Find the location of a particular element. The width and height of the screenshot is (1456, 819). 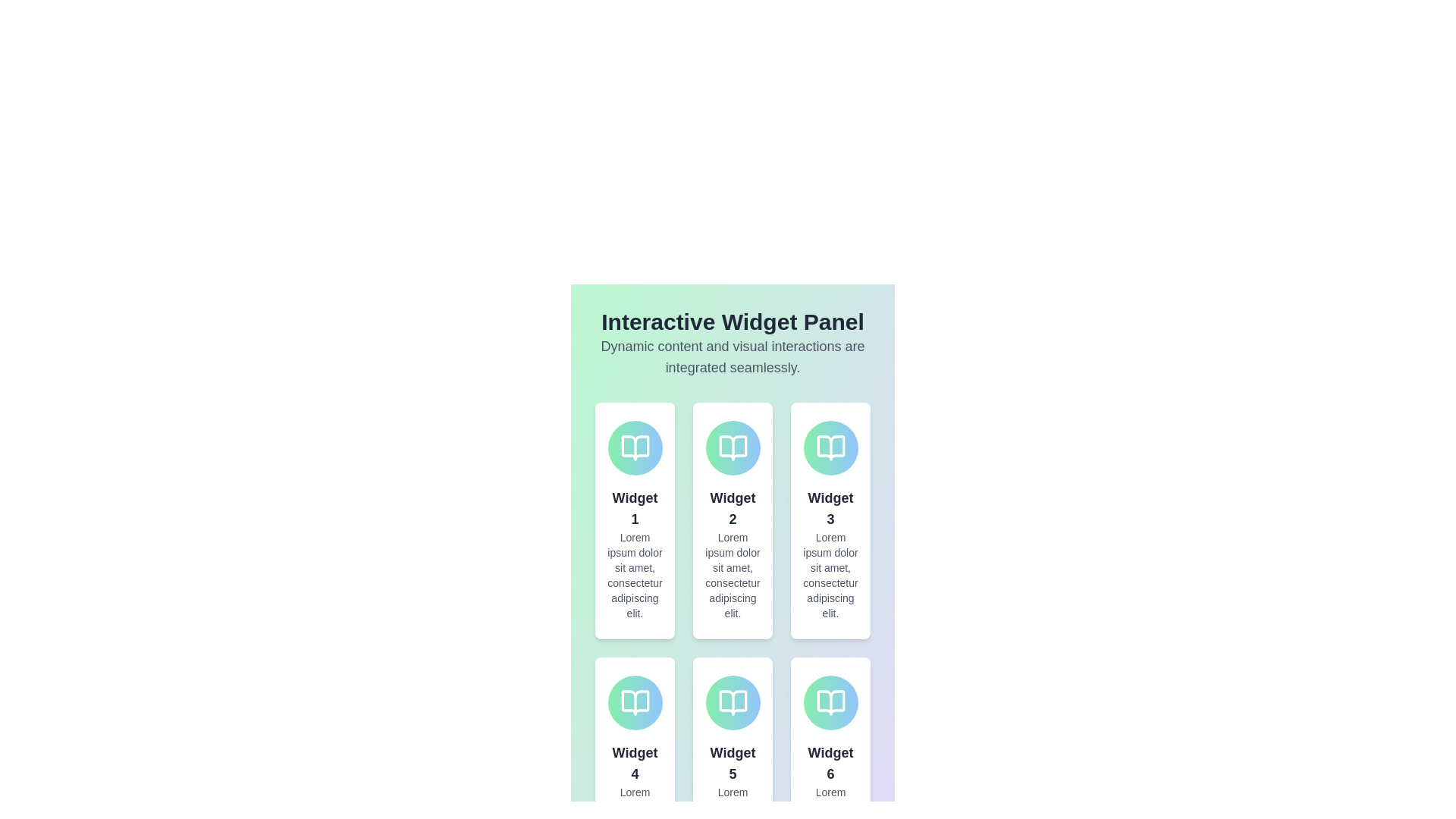

text label displaying 'Widget 3' located in the third card of the top row in a grid layout is located at coordinates (830, 509).